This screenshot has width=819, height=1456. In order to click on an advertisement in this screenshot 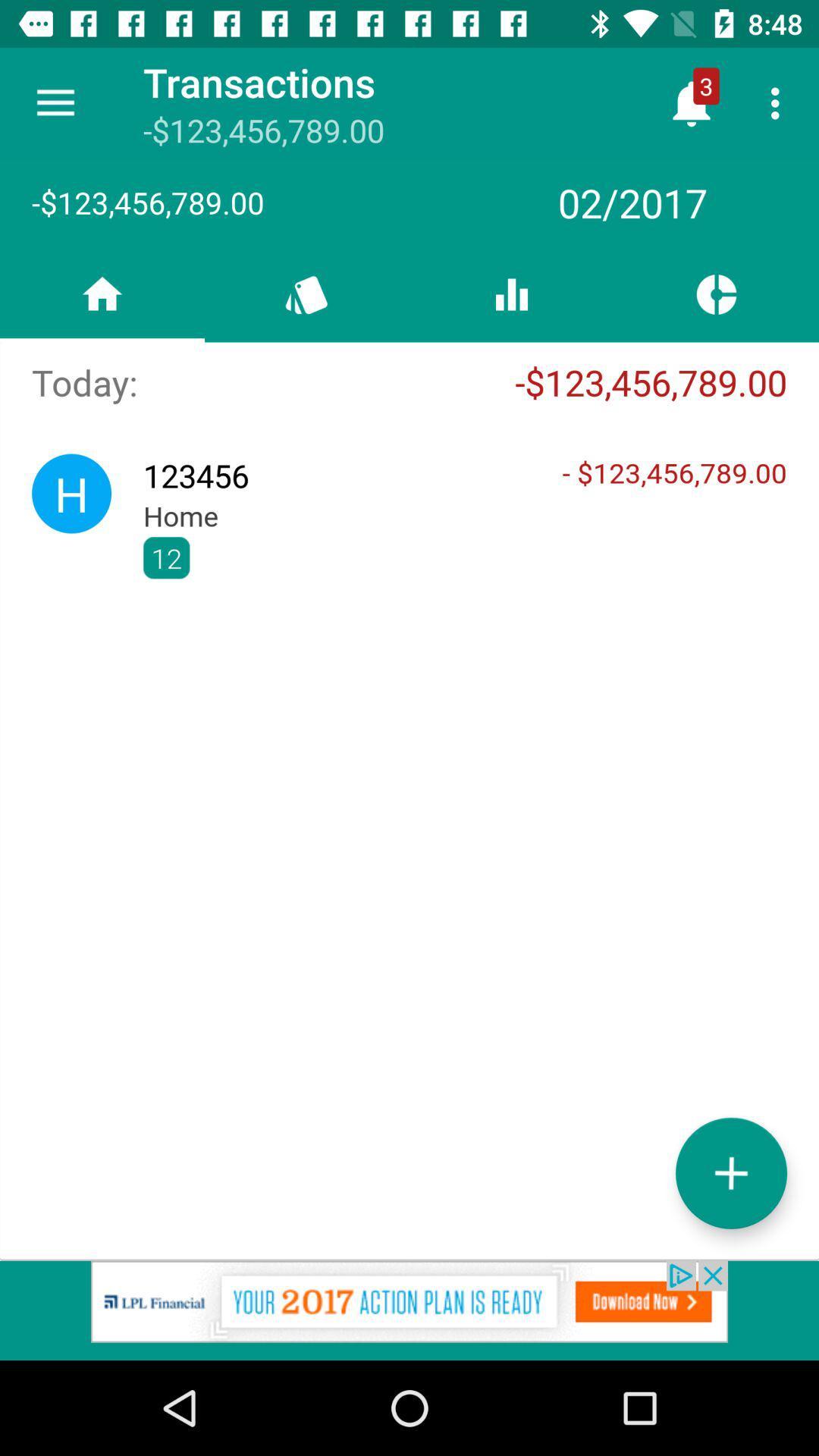, I will do `click(409, 1310)`.